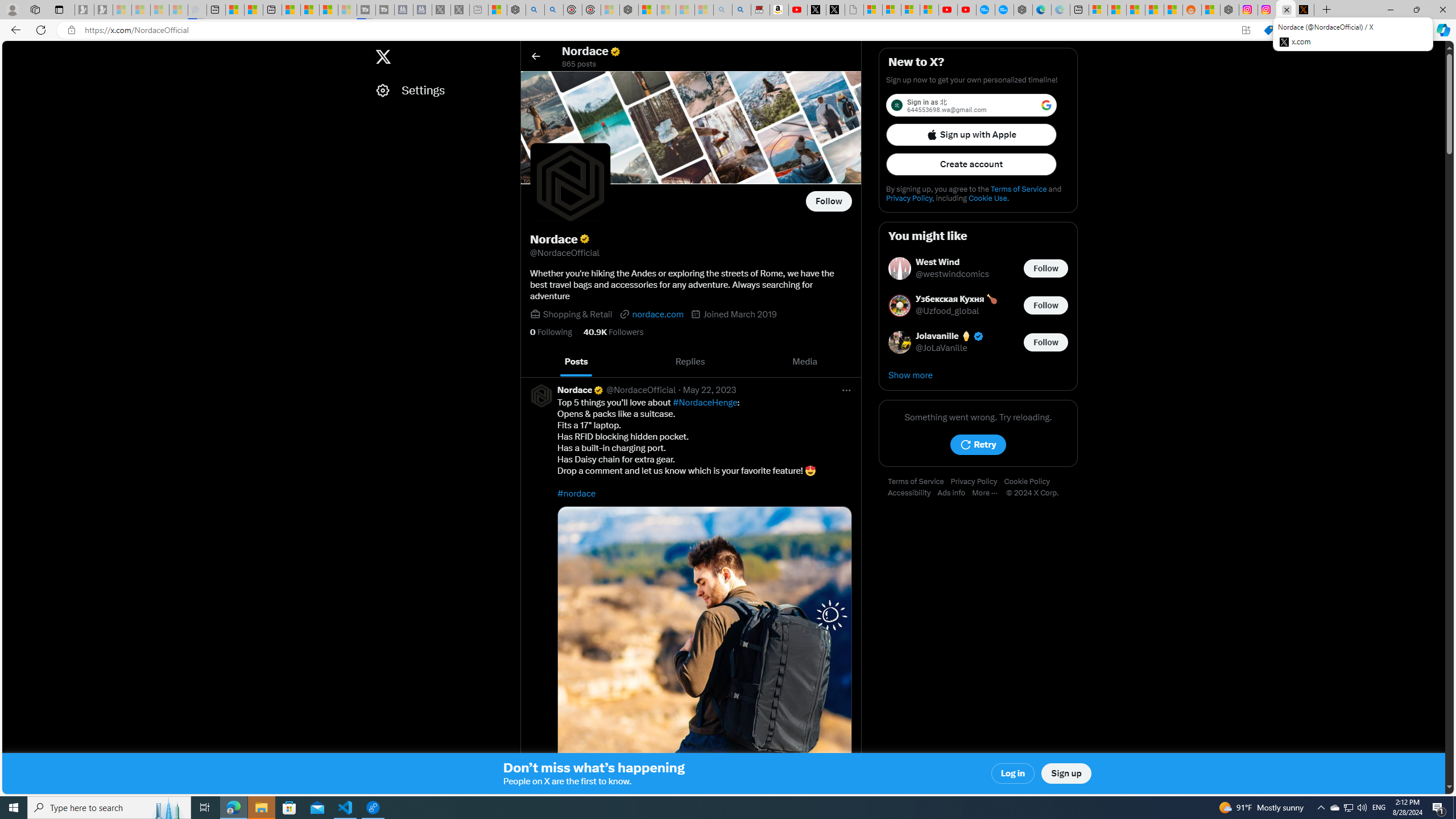 The image size is (1456, 819). Describe the element at coordinates (919, 481) in the screenshot. I see `'Terms of Service'` at that location.